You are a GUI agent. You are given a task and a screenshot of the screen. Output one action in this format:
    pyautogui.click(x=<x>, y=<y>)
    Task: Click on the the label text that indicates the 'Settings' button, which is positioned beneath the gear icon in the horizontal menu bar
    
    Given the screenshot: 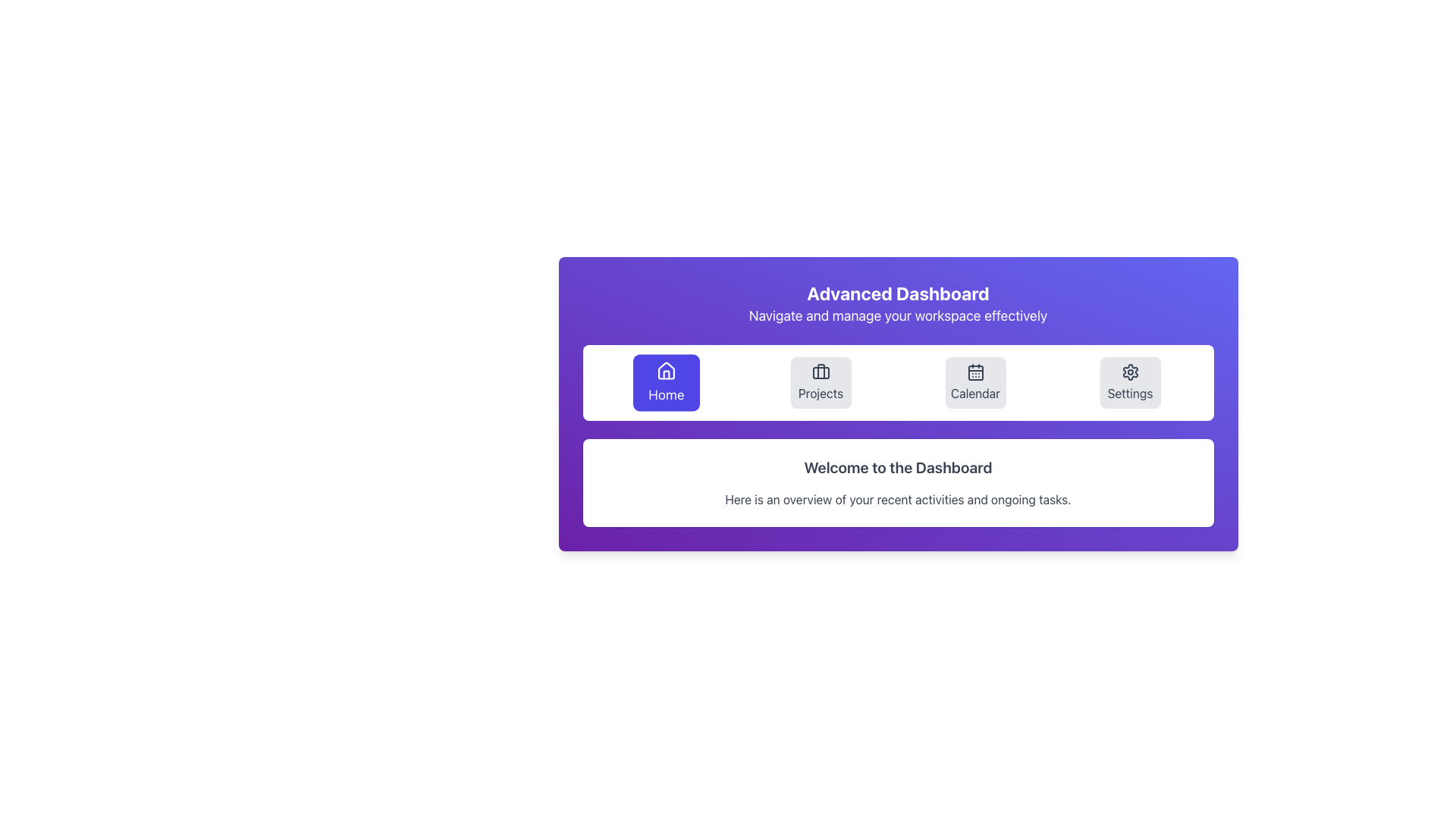 What is the action you would take?
    pyautogui.click(x=1130, y=393)
    